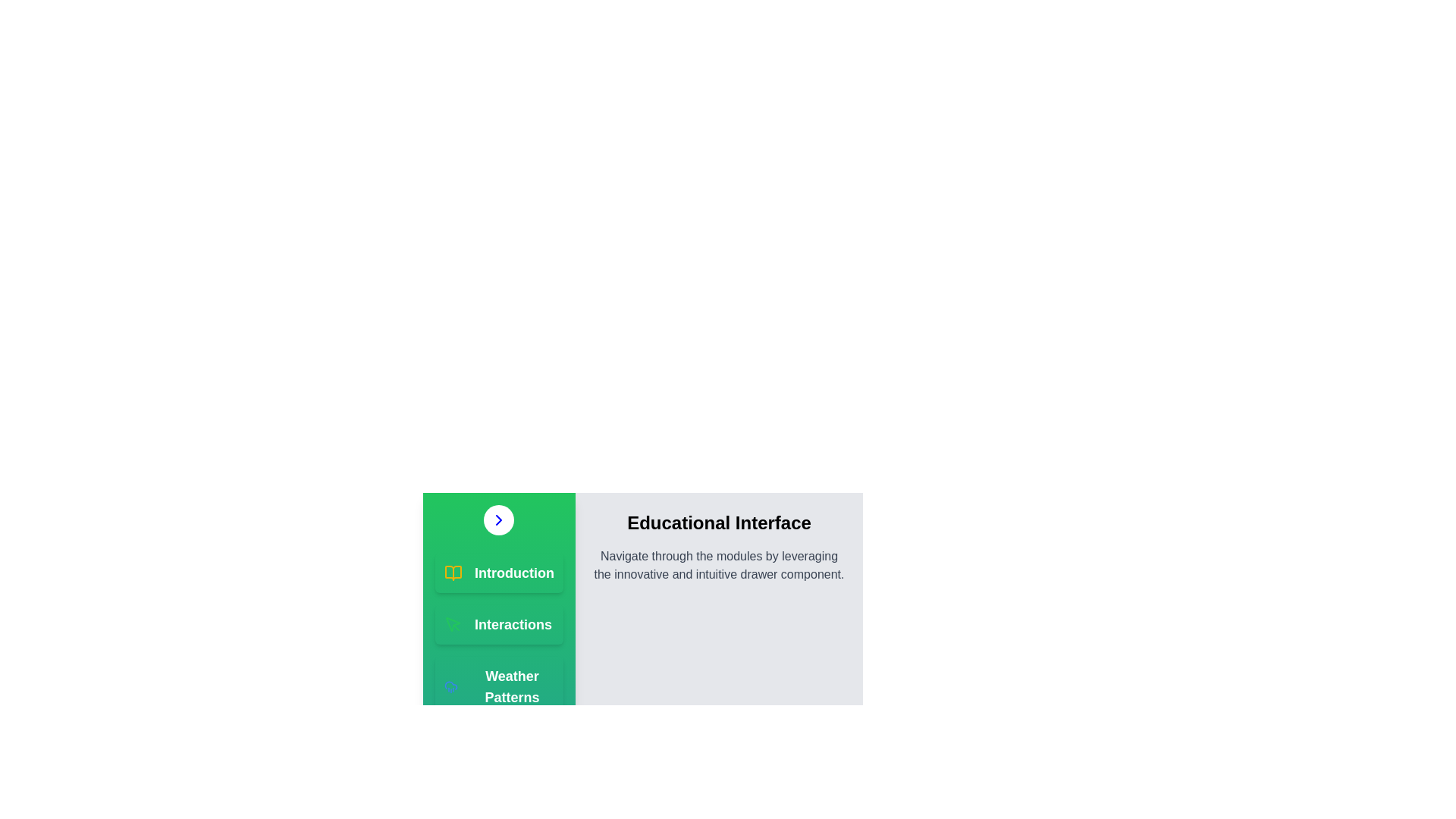 Image resolution: width=1456 pixels, height=819 pixels. I want to click on the module Weather Patterns from the list, so click(499, 687).